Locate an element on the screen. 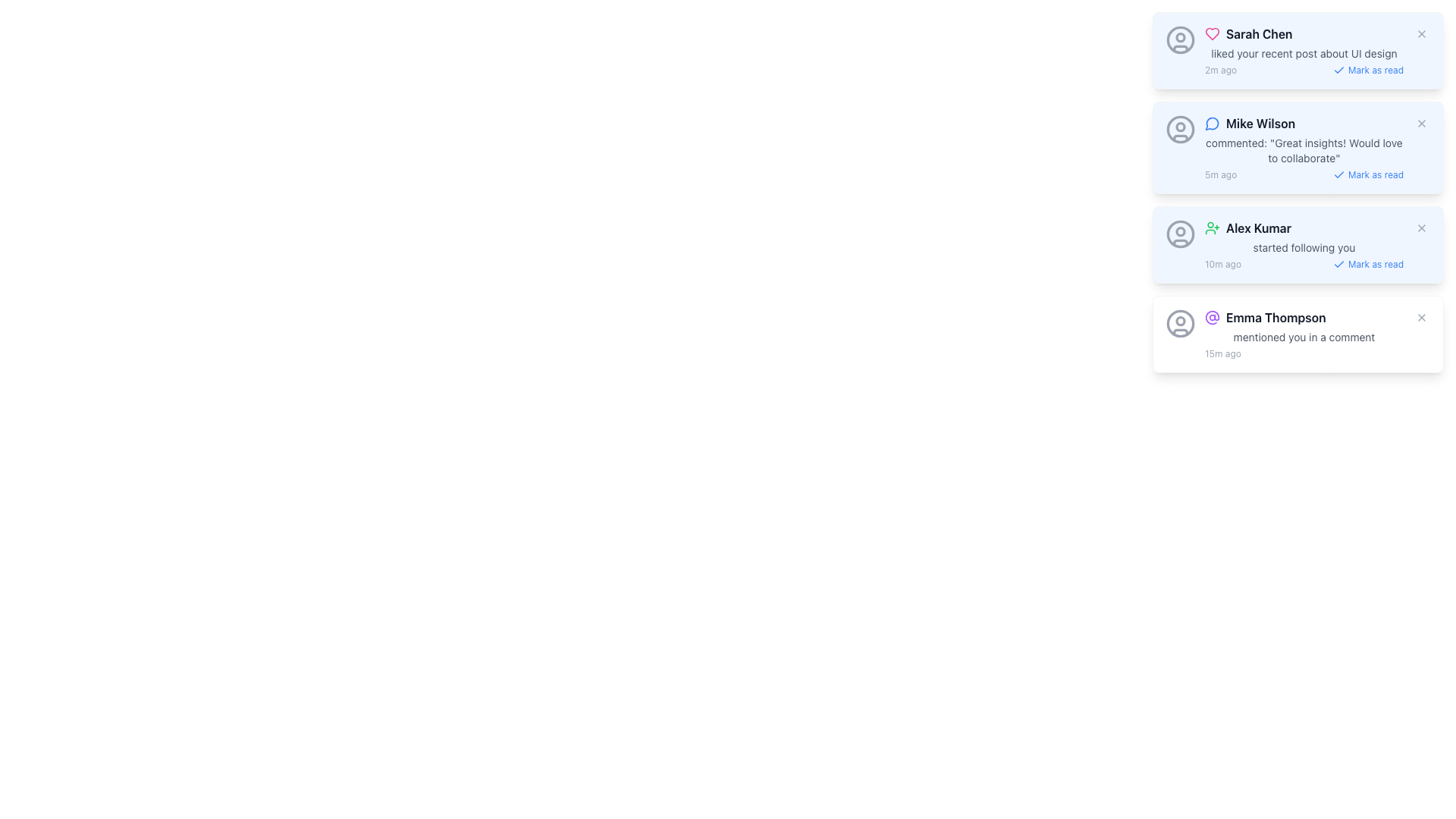 The image size is (1456, 819). the text block displaying the comment made by 'Mike Wilson' in the notification card, located under their name and above the timestamp is located at coordinates (1303, 151).